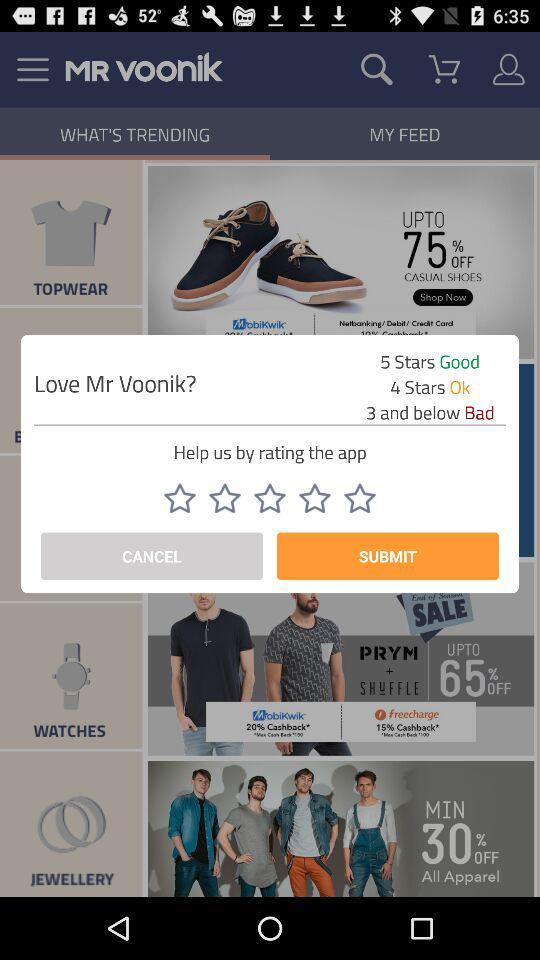 Image resolution: width=540 pixels, height=960 pixels. I want to click on give a one star rating, so click(179, 497).